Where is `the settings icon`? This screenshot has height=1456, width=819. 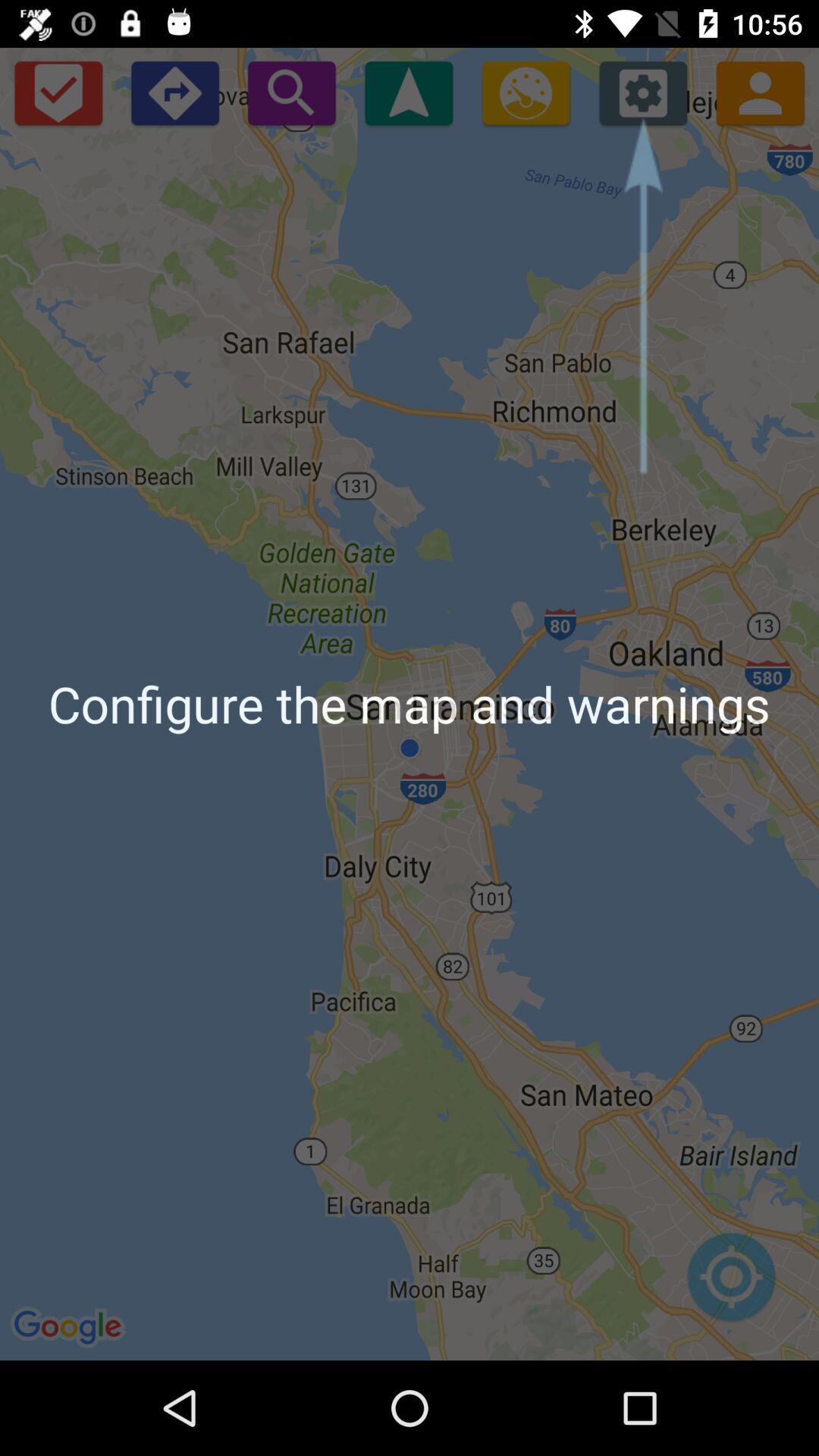
the settings icon is located at coordinates (525, 92).